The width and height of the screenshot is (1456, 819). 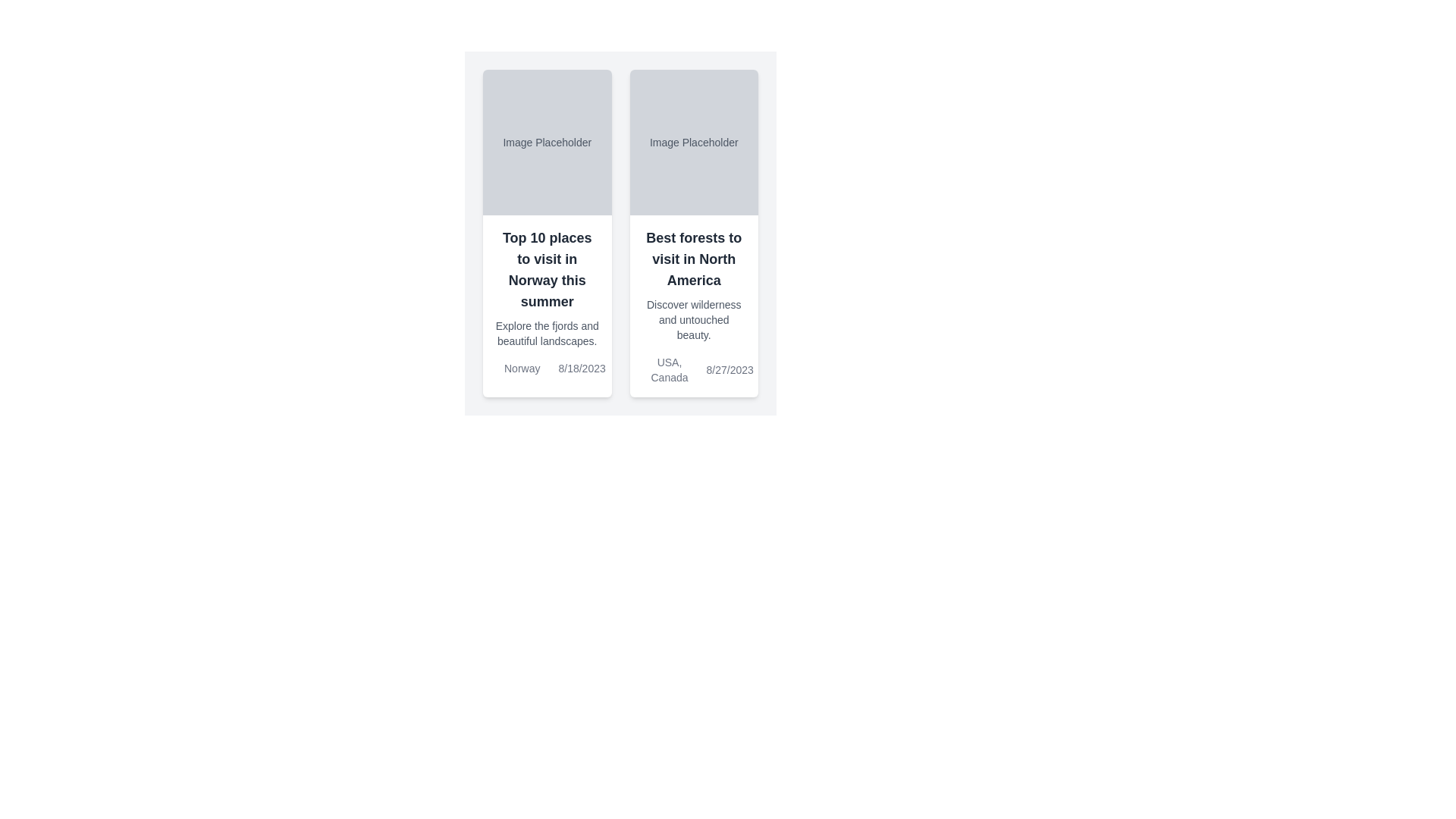 What do you see at coordinates (546, 301) in the screenshot?
I see `the card containing the text 'Top 10 places to visit in Norway this summer'` at bounding box center [546, 301].